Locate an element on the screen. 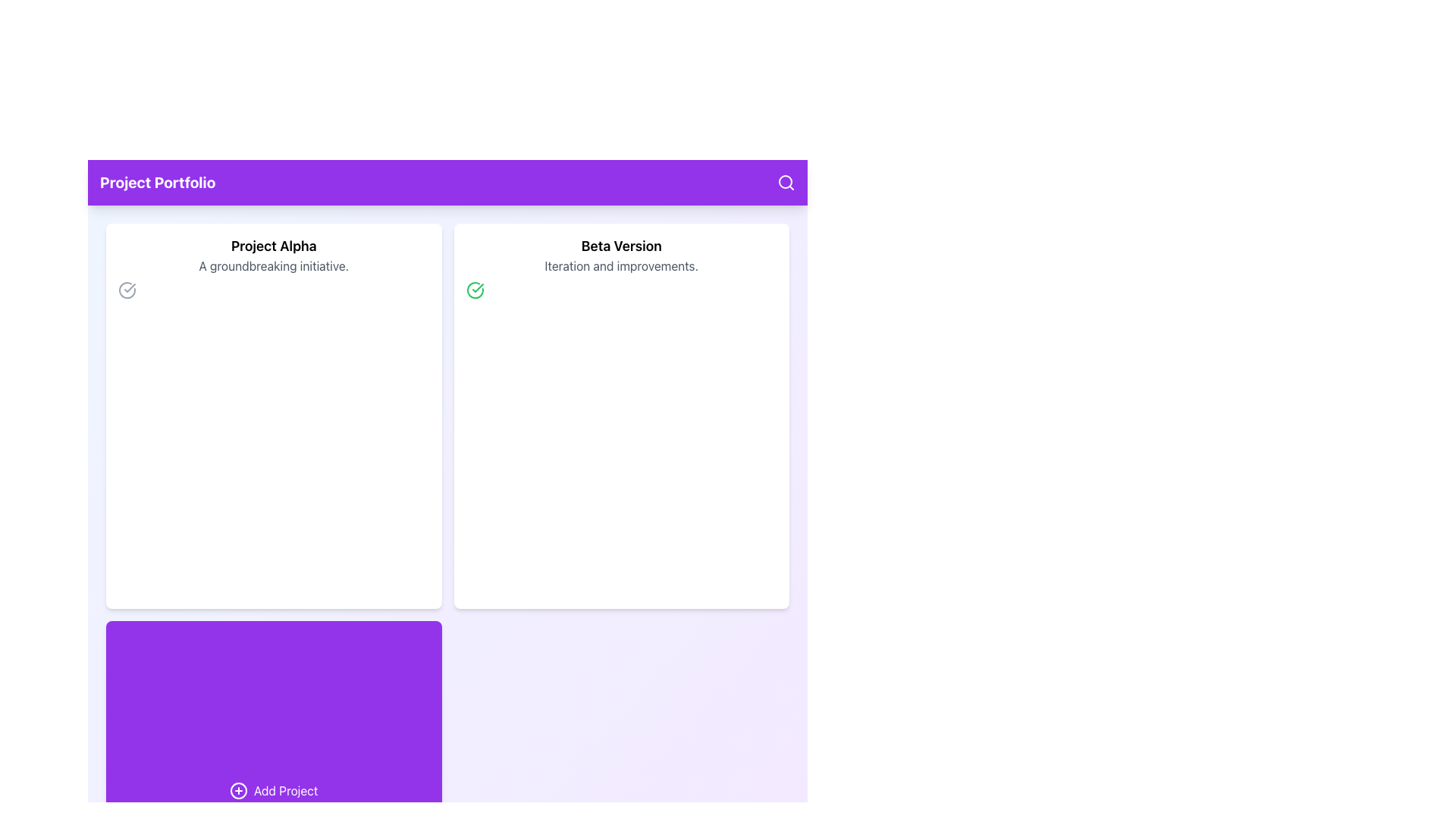 Image resolution: width=1456 pixels, height=819 pixels. the magnifying glass icon located in the top-right corner of the header section, which is aligned with the right edge of the purple header bar is located at coordinates (786, 181).